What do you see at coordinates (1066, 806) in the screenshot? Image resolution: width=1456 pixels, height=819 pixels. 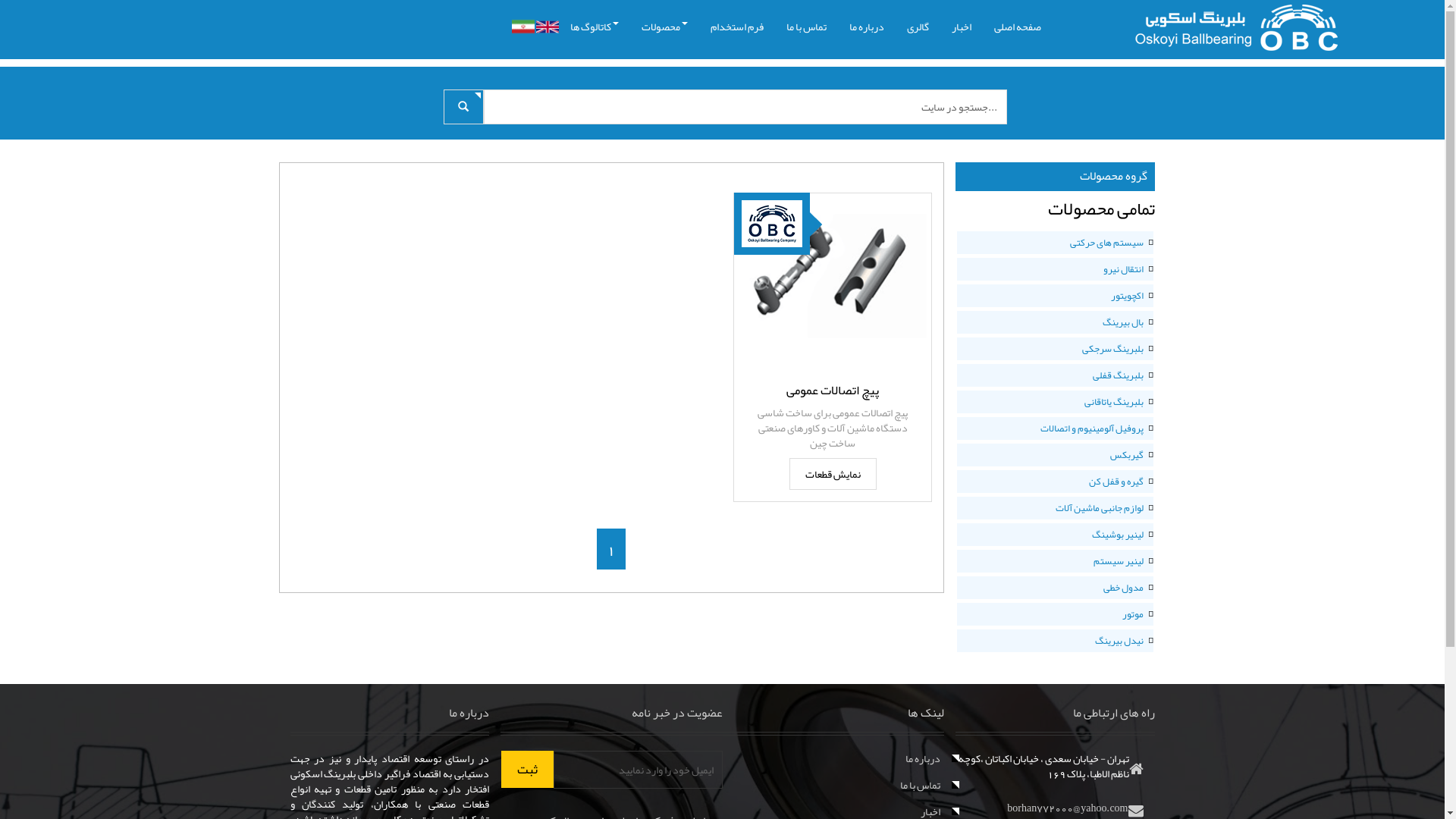 I see `'borhan772000@yahoo.com'` at bounding box center [1066, 806].